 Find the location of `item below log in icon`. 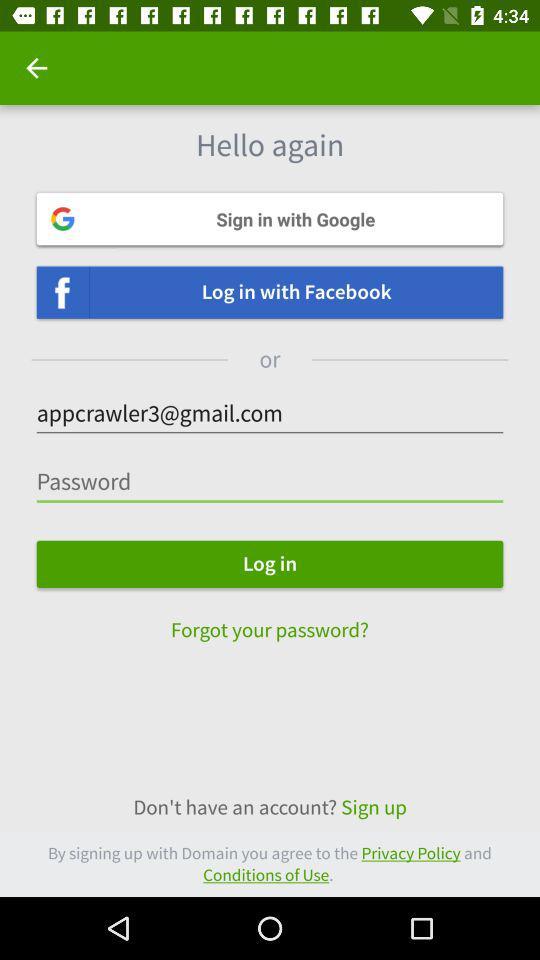

item below log in icon is located at coordinates (270, 619).